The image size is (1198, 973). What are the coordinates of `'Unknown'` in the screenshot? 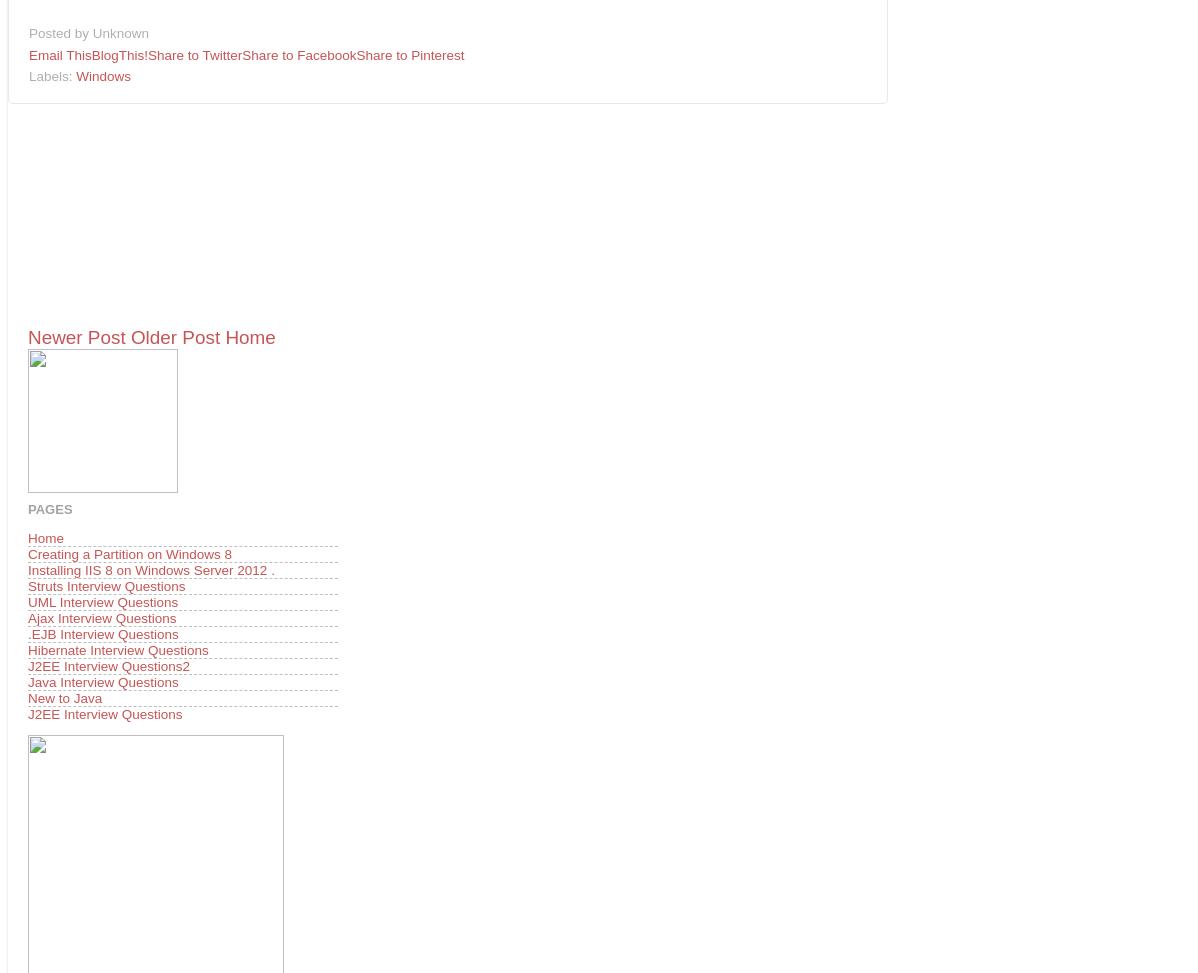 It's located at (119, 33).